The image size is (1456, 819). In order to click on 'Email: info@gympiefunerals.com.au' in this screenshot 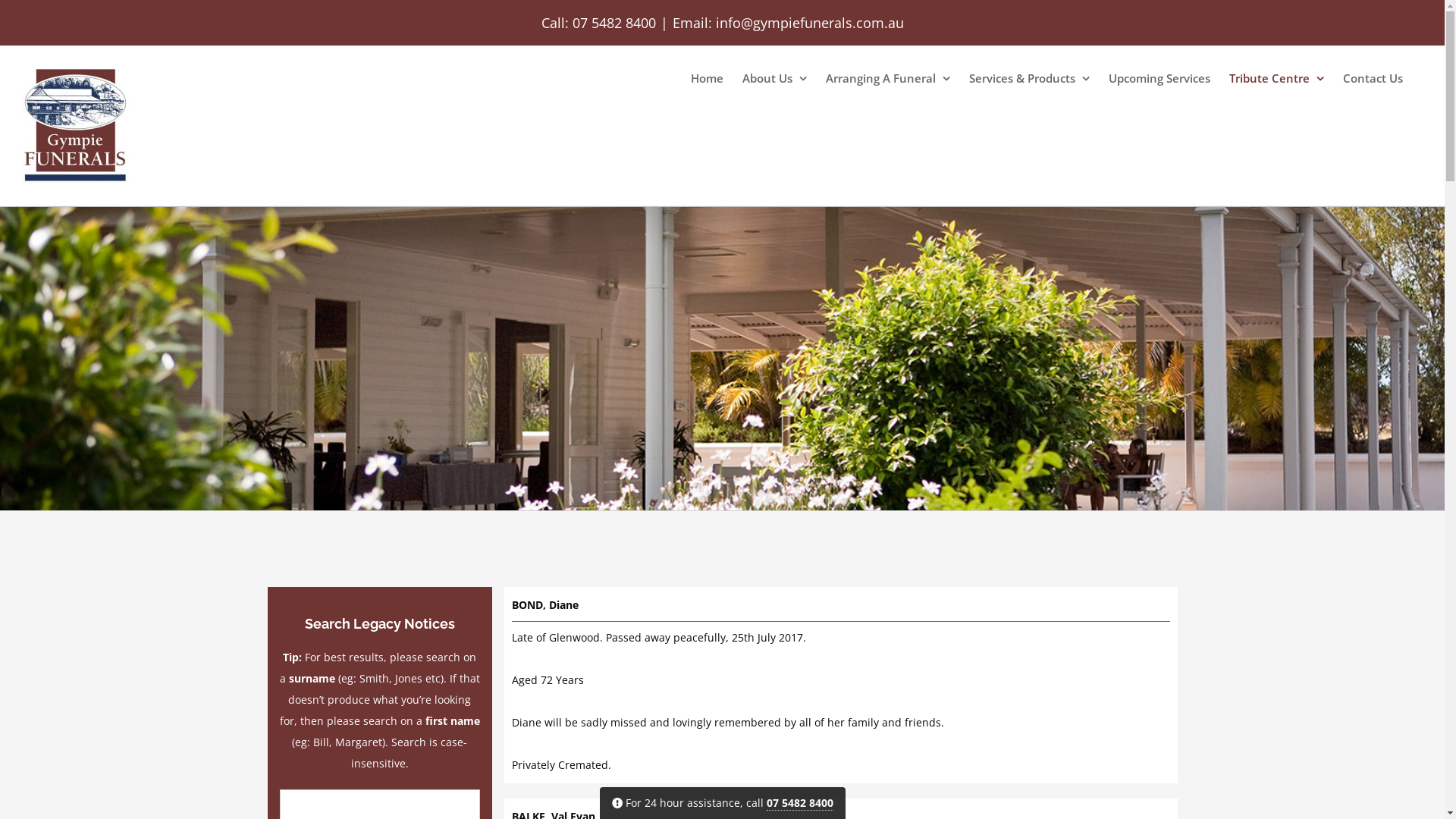, I will do `click(787, 23)`.